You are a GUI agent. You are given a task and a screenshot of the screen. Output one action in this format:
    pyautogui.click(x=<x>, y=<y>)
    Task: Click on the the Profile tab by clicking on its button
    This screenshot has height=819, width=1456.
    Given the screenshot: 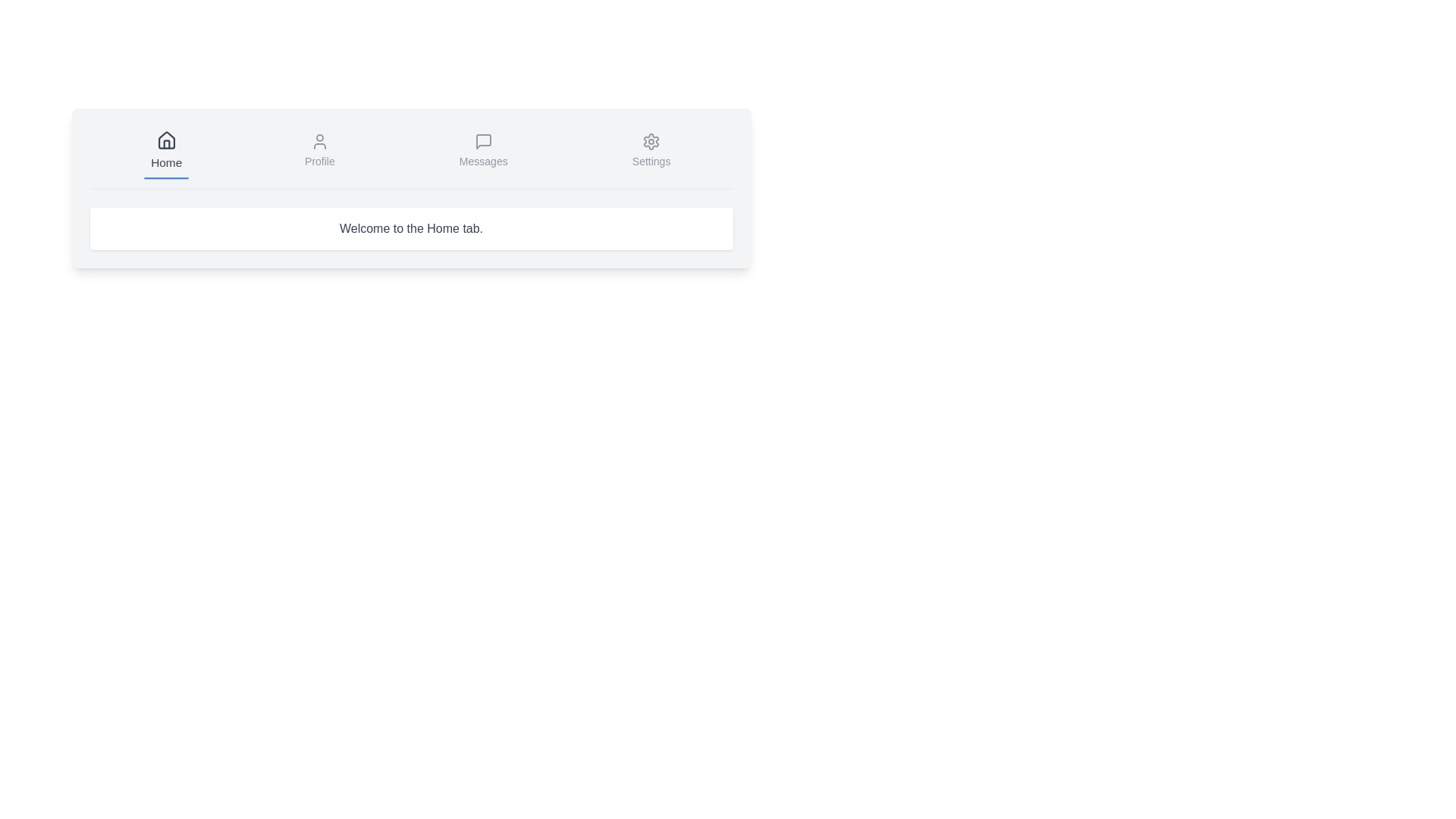 What is the action you would take?
    pyautogui.click(x=318, y=152)
    